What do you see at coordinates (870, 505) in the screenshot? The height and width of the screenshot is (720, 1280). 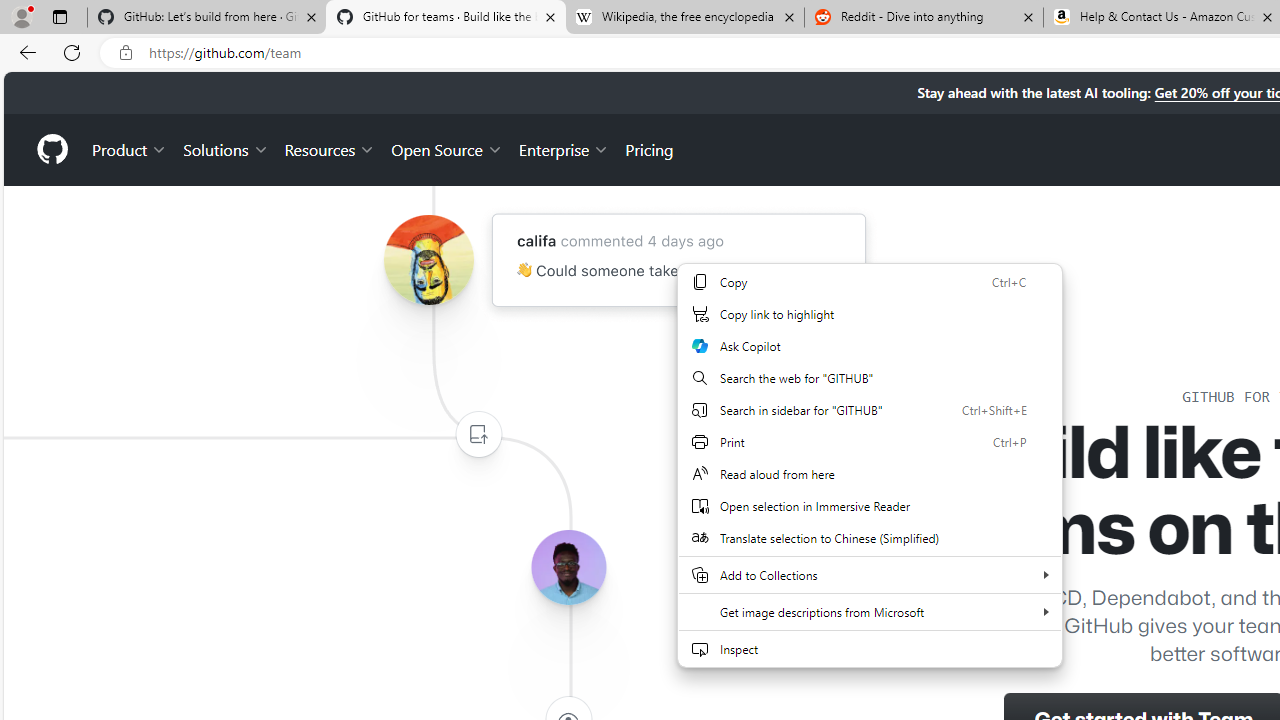 I see `'Open selection in Immersive Reader'` at bounding box center [870, 505].